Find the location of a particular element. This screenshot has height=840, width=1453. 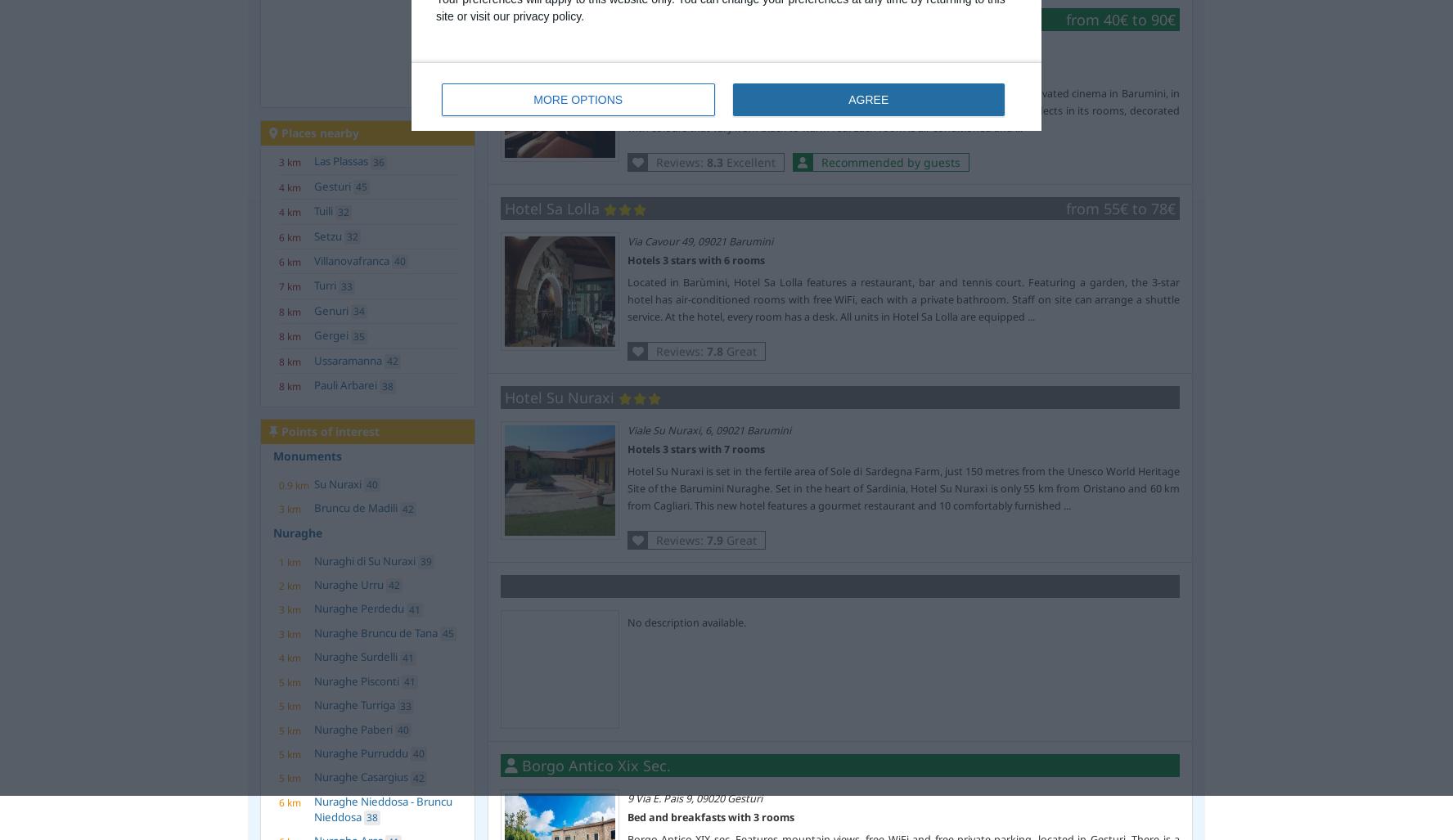

'Genuri' is located at coordinates (331, 309).